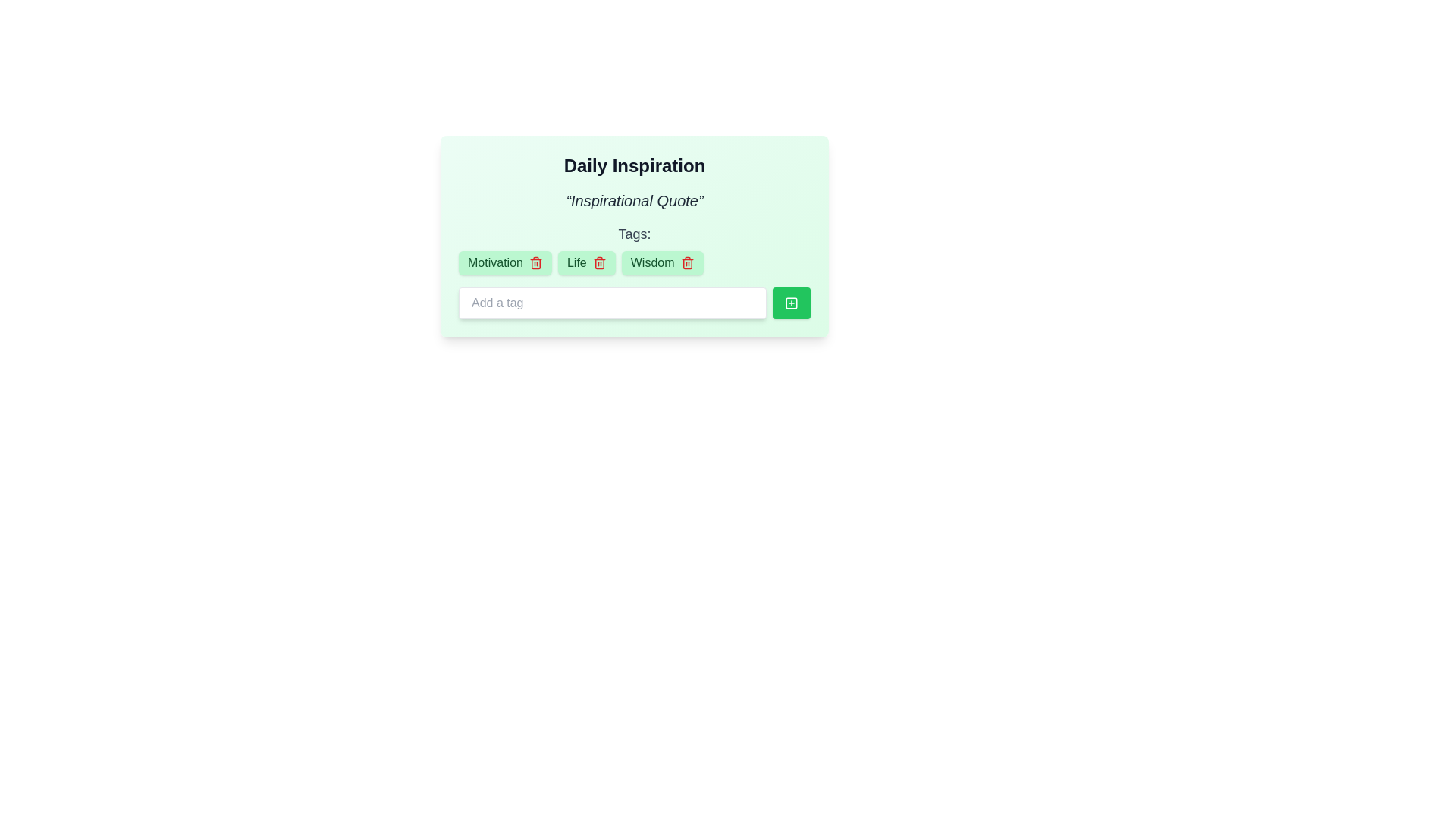 The width and height of the screenshot is (1456, 819). What do you see at coordinates (790, 303) in the screenshot?
I see `the small green button with a plus symbol located to the right of the 'Add a tag' input field within the green card component` at bounding box center [790, 303].